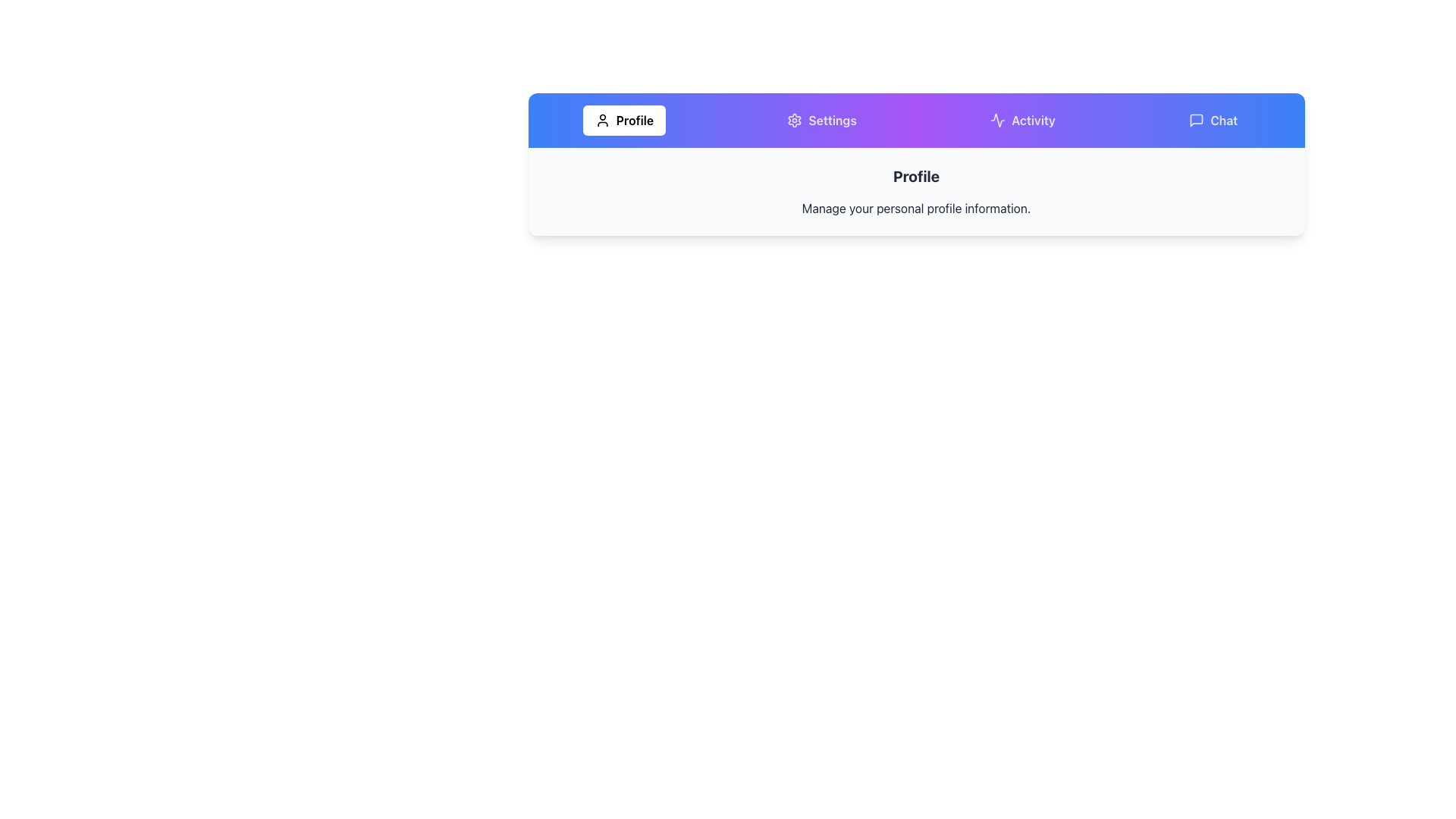 The height and width of the screenshot is (819, 1456). Describe the element at coordinates (1213, 119) in the screenshot. I see `the 'Chat' navigation button, which is the last item in the navigation bar at the top, featuring a chat bubble icon and a gradient background from purple to blue` at that location.